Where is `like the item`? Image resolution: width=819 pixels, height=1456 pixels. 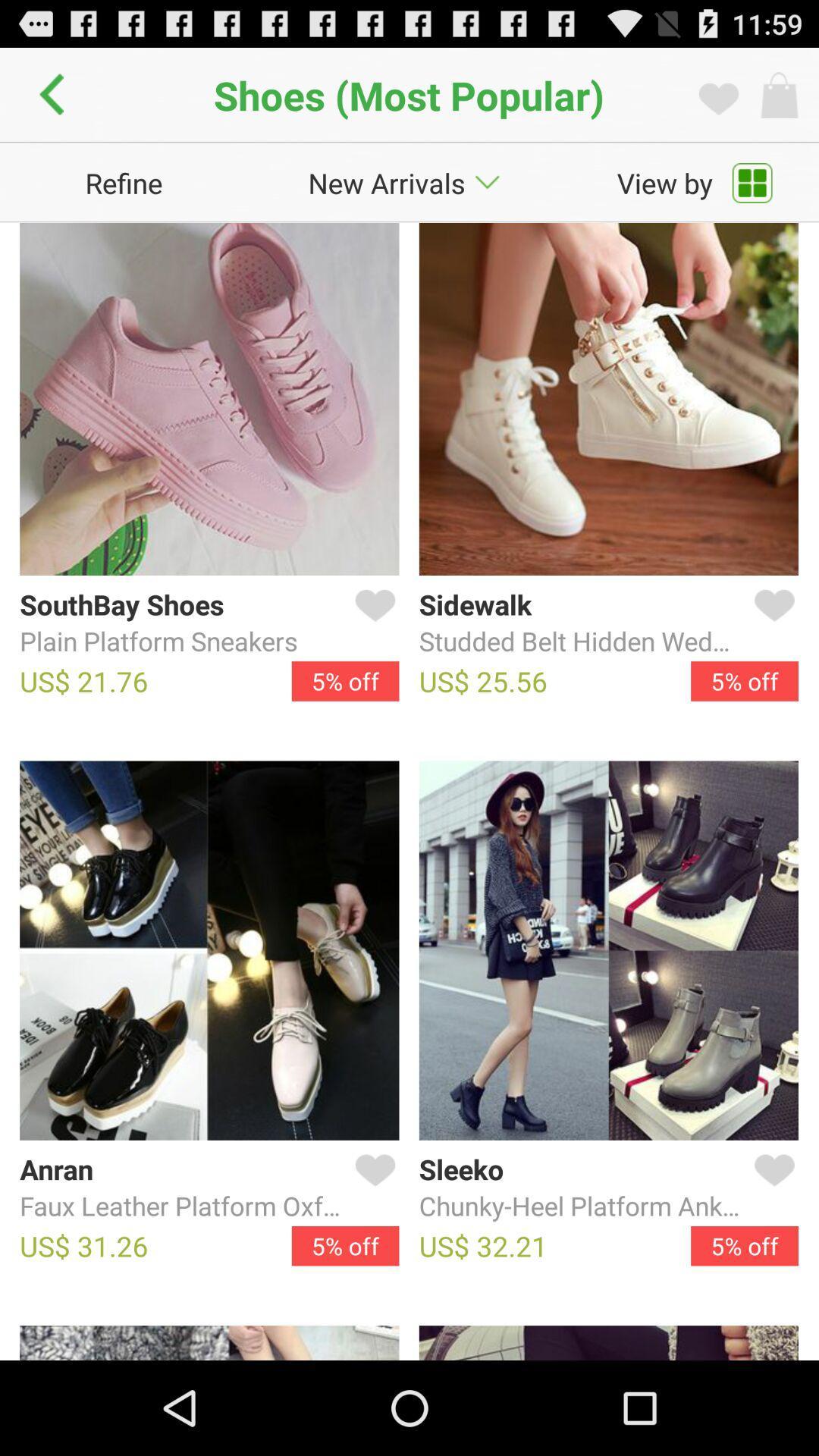
like the item is located at coordinates (771, 623).